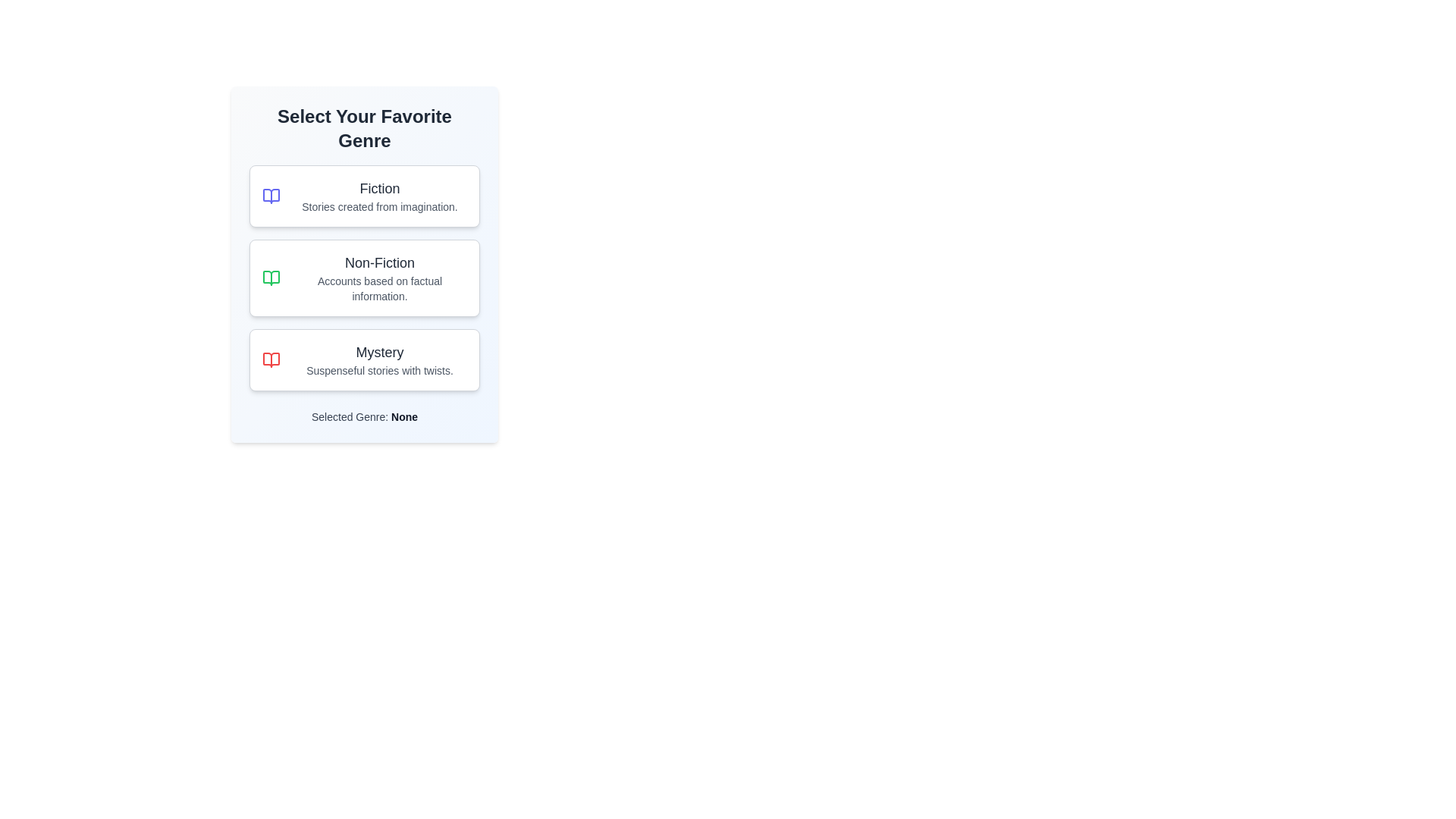 This screenshot has height=819, width=1456. Describe the element at coordinates (379, 278) in the screenshot. I see `the text label that describes the literary genre 'Non-Fiction', which is located in the second rectangular card from the top in a vertically aligned list of genre cards` at that location.